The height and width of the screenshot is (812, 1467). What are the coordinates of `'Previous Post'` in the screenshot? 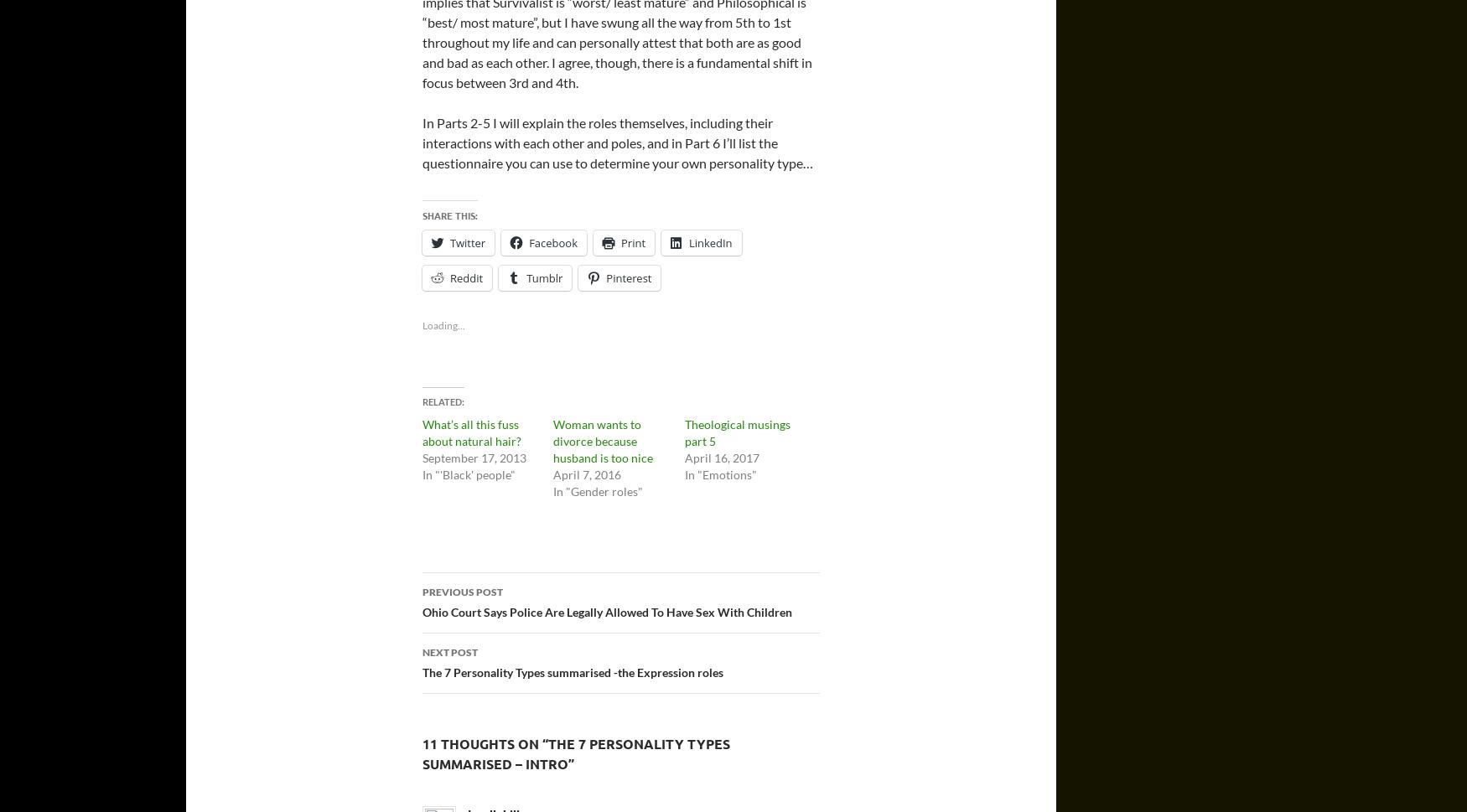 It's located at (461, 592).